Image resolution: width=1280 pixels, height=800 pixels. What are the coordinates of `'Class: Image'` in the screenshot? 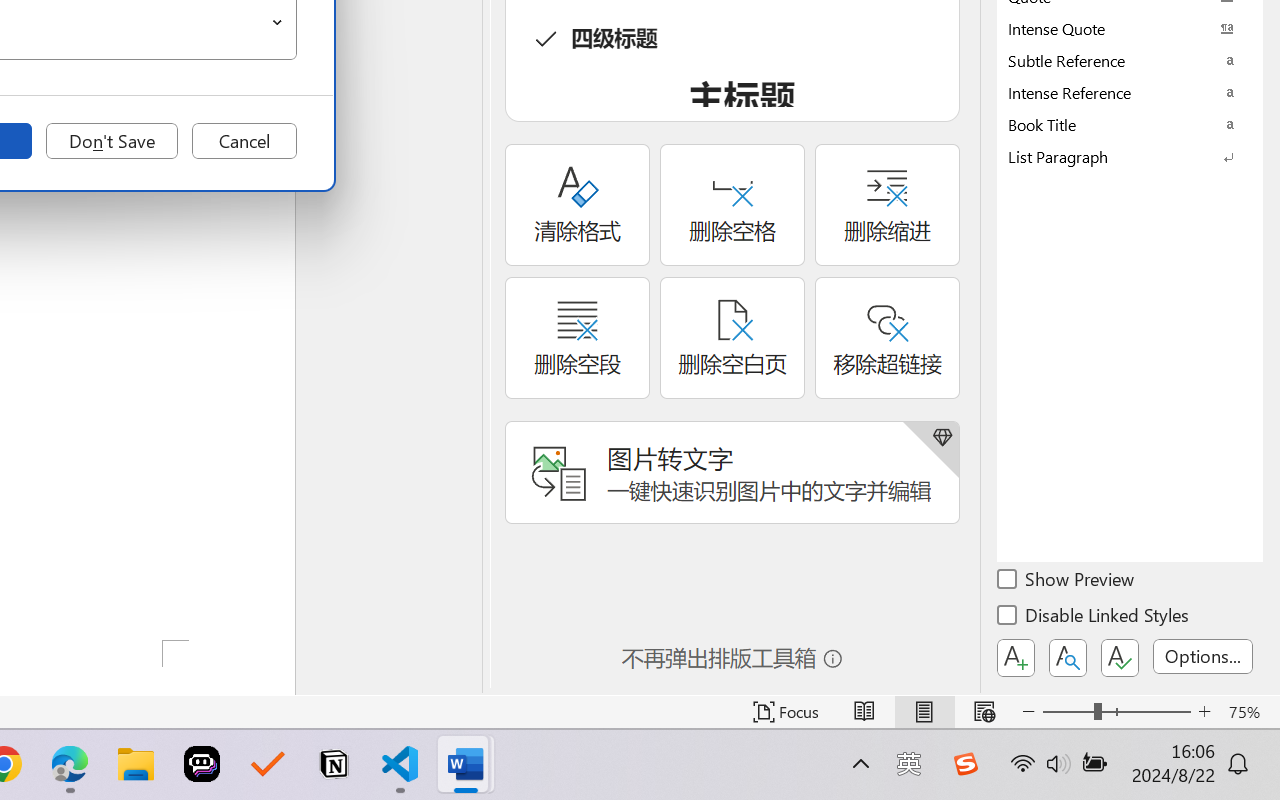 It's located at (965, 764).